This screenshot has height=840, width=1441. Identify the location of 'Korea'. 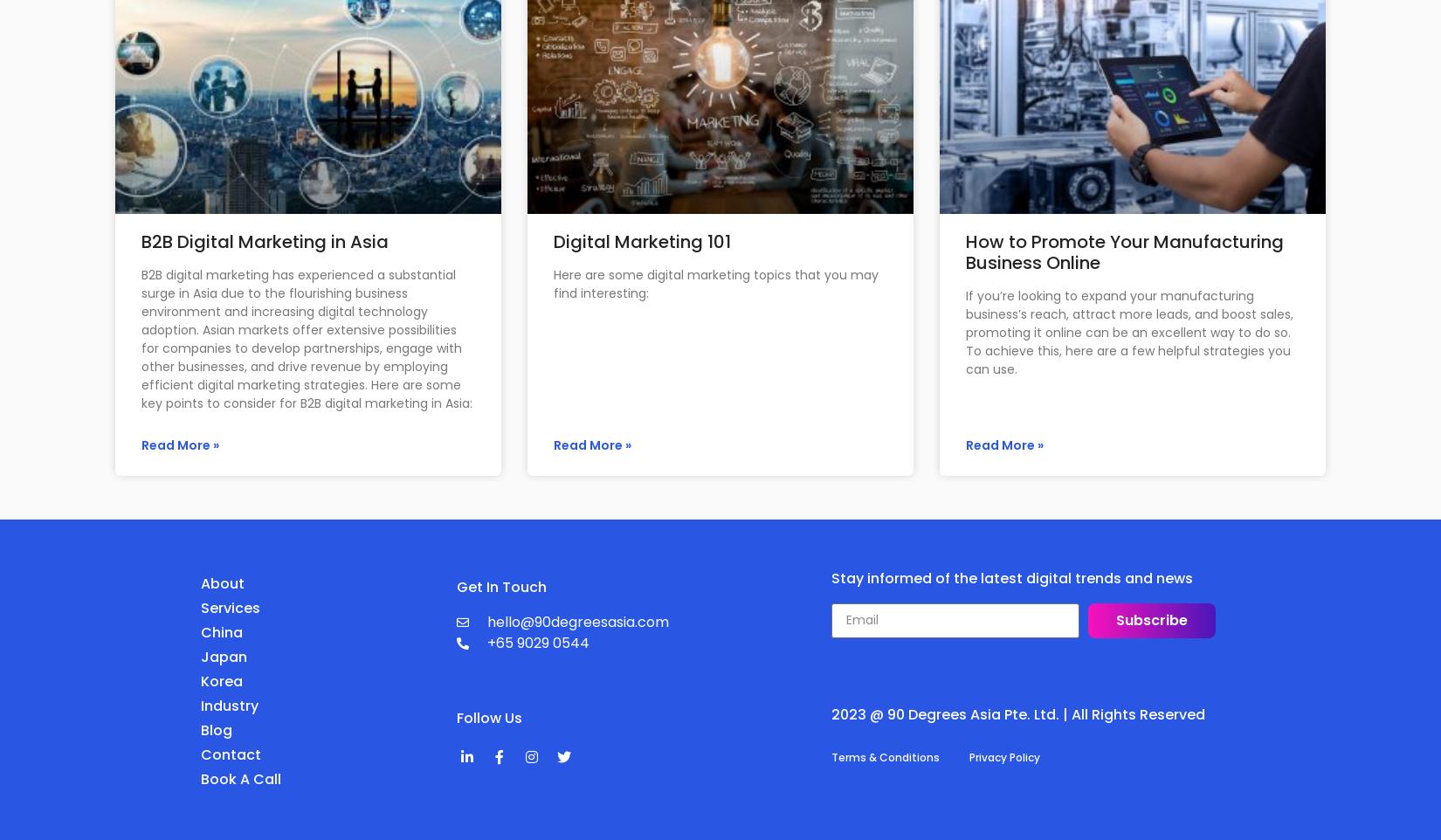
(201, 679).